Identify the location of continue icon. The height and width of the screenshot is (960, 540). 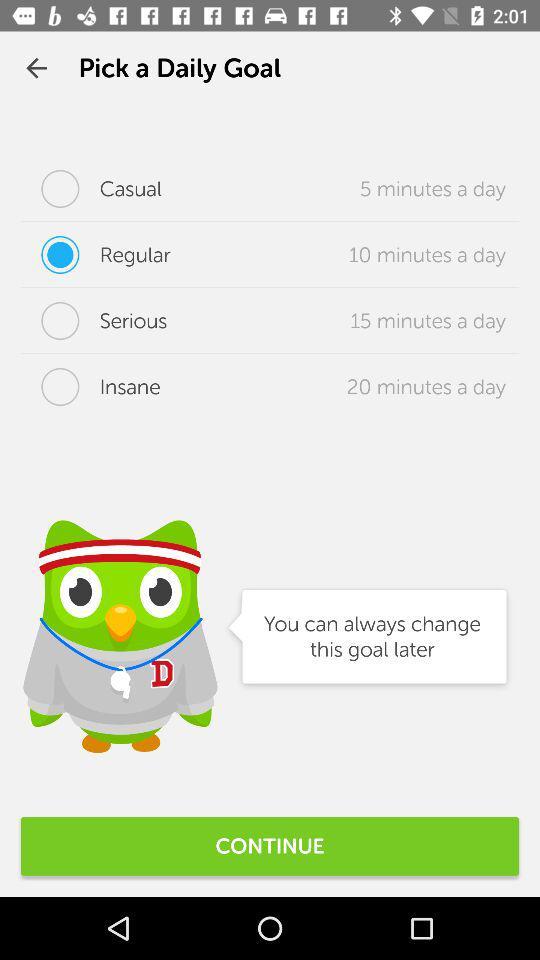
(270, 845).